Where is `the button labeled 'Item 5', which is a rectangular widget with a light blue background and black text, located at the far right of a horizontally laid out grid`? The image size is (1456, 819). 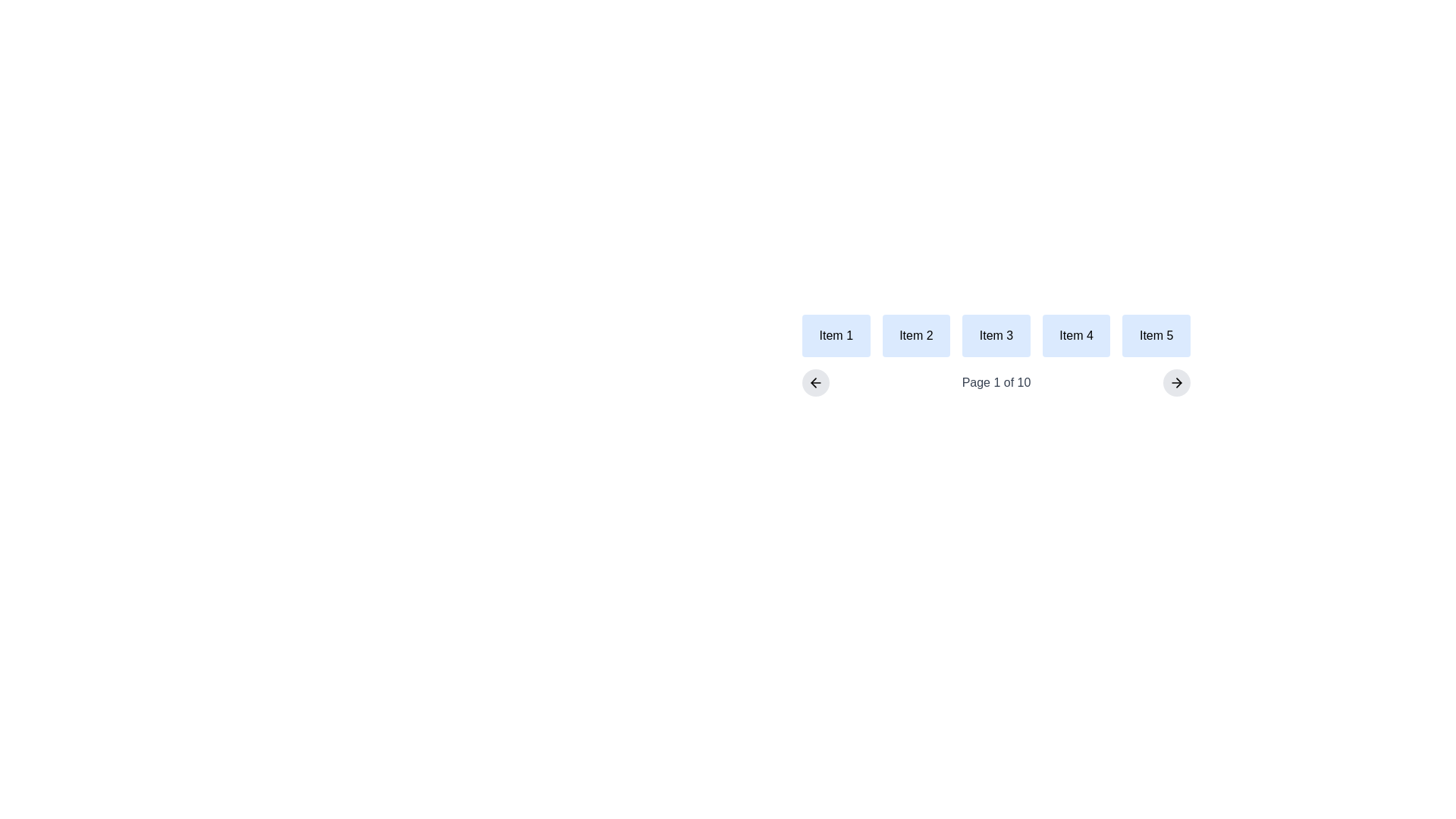
the button labeled 'Item 5', which is a rectangular widget with a light blue background and black text, located at the far right of a horizontally laid out grid is located at coordinates (1156, 335).